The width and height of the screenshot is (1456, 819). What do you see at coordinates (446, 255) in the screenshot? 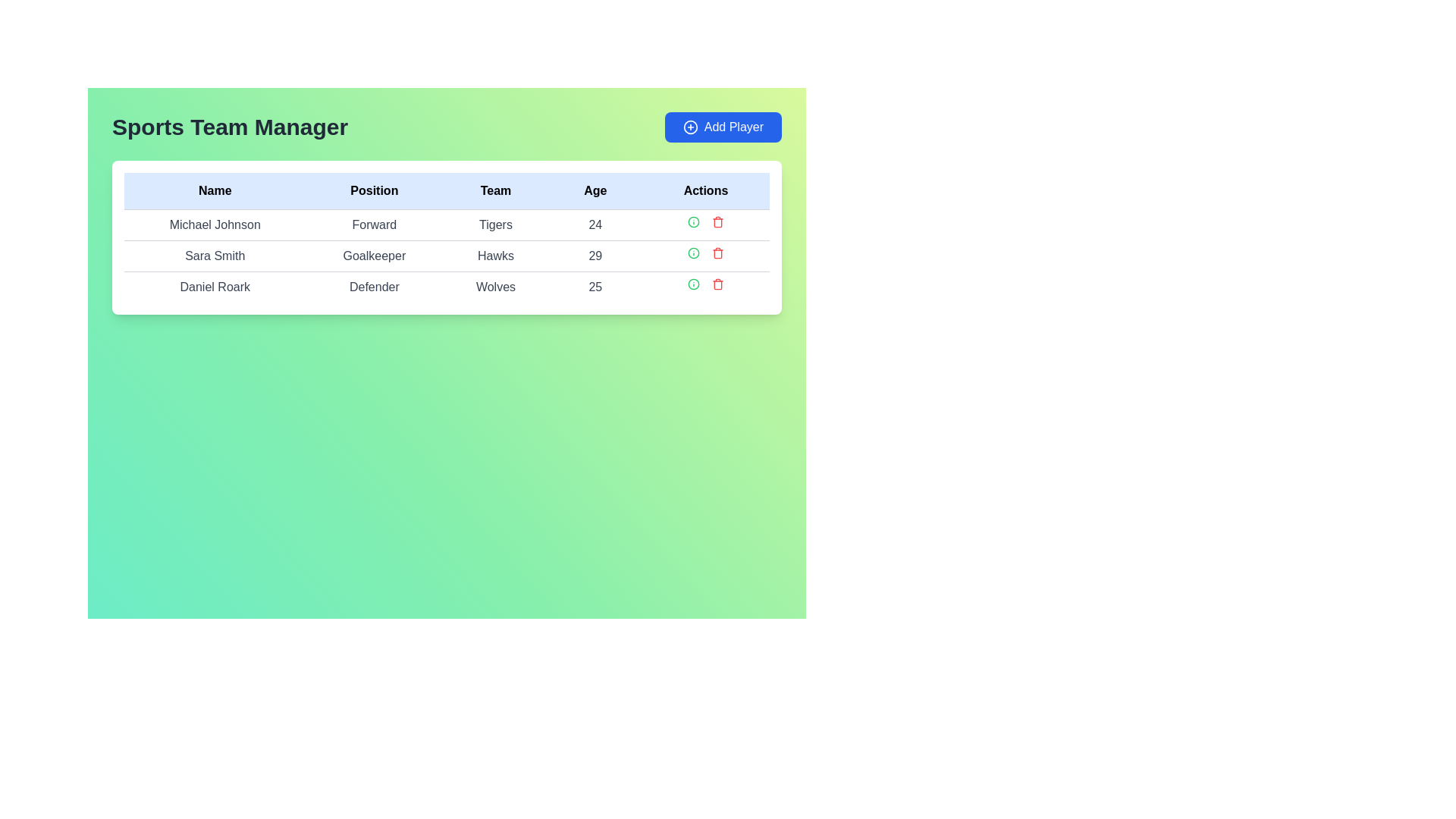
I see `the player represented` at bounding box center [446, 255].